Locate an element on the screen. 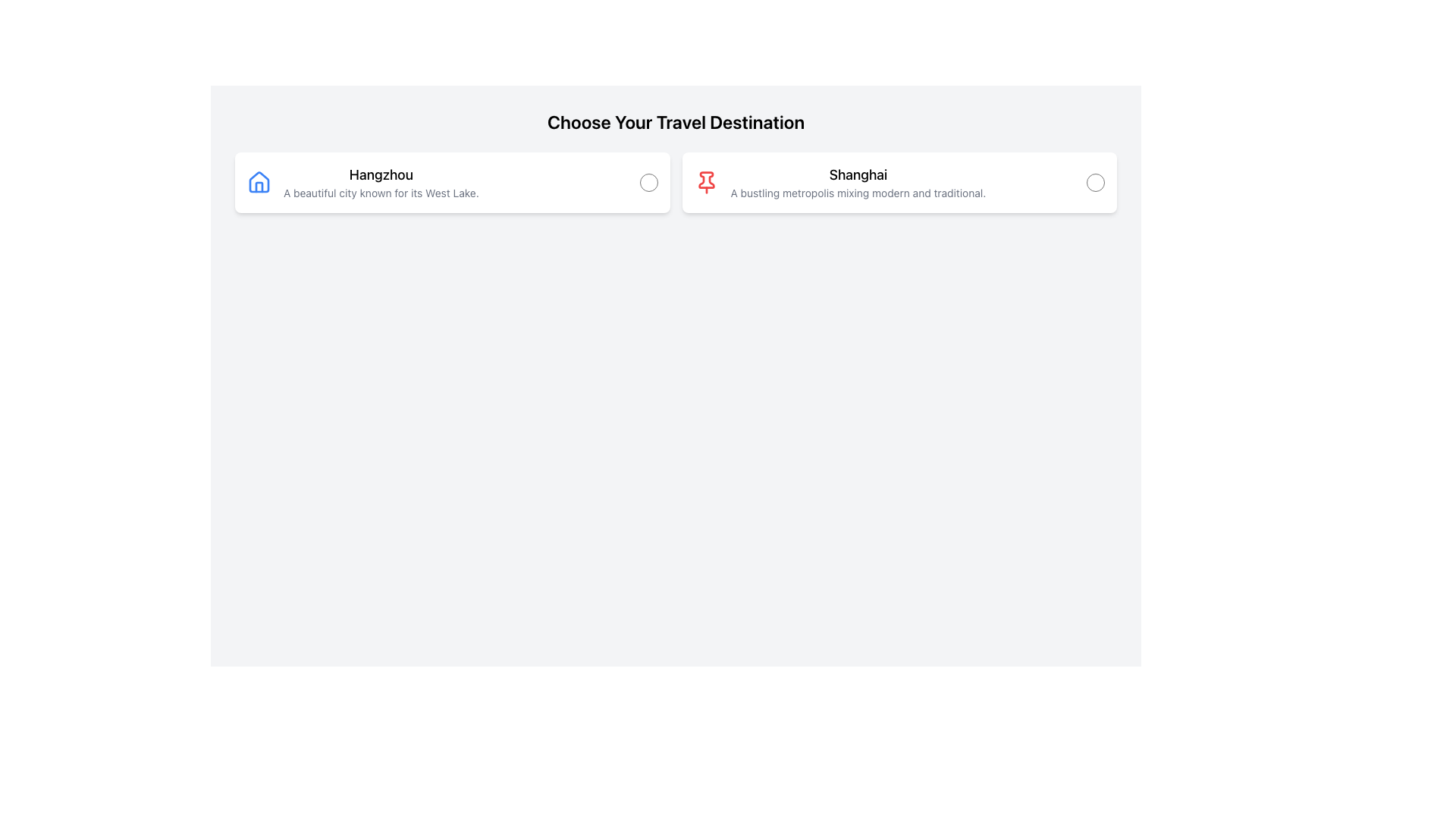  the house icon located at the top-left of the card representing 'Hangzhou', which visually symbolizes the place and aligns with the title and description is located at coordinates (259, 181).